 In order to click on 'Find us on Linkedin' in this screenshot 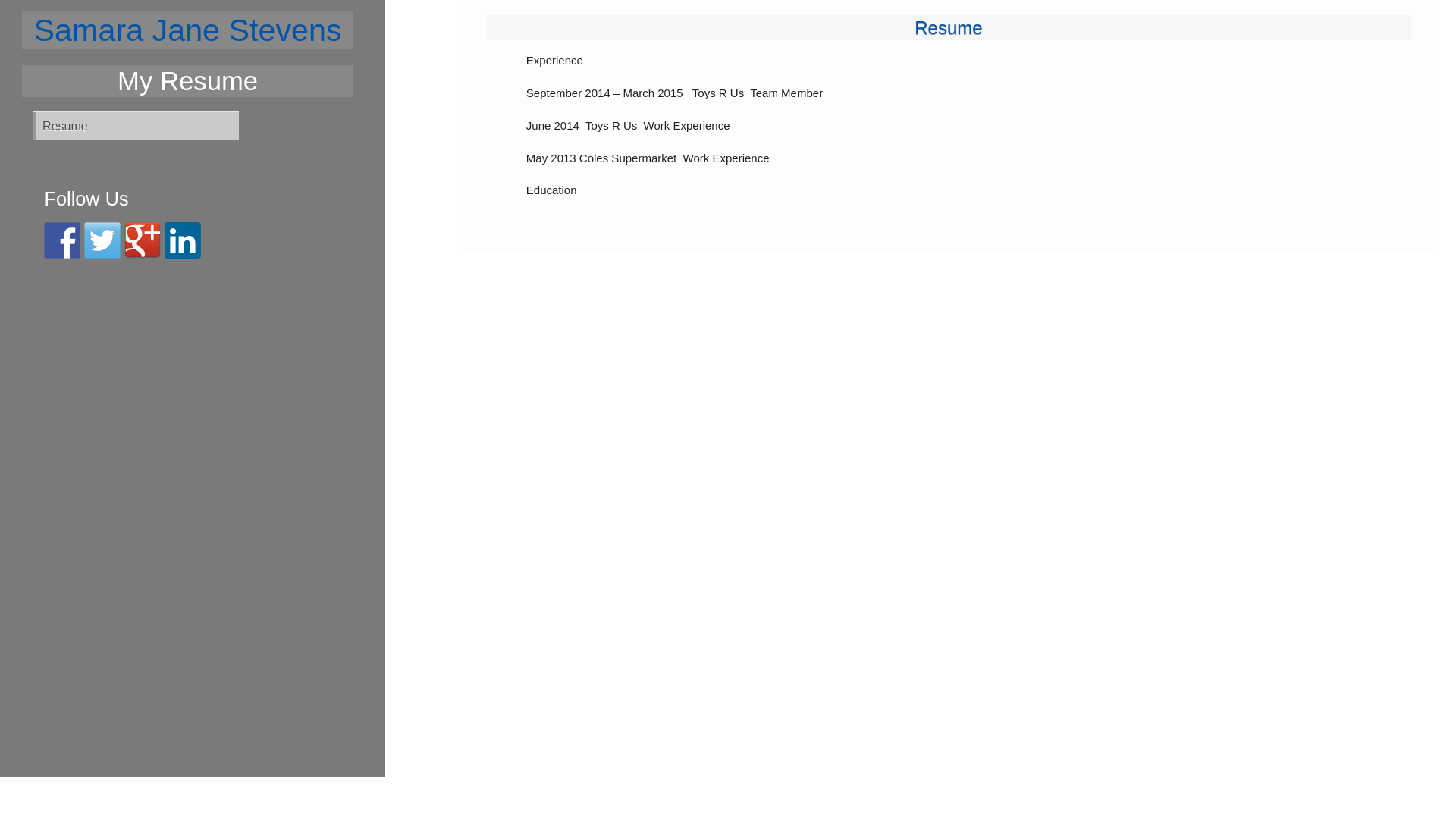, I will do `click(182, 239)`.